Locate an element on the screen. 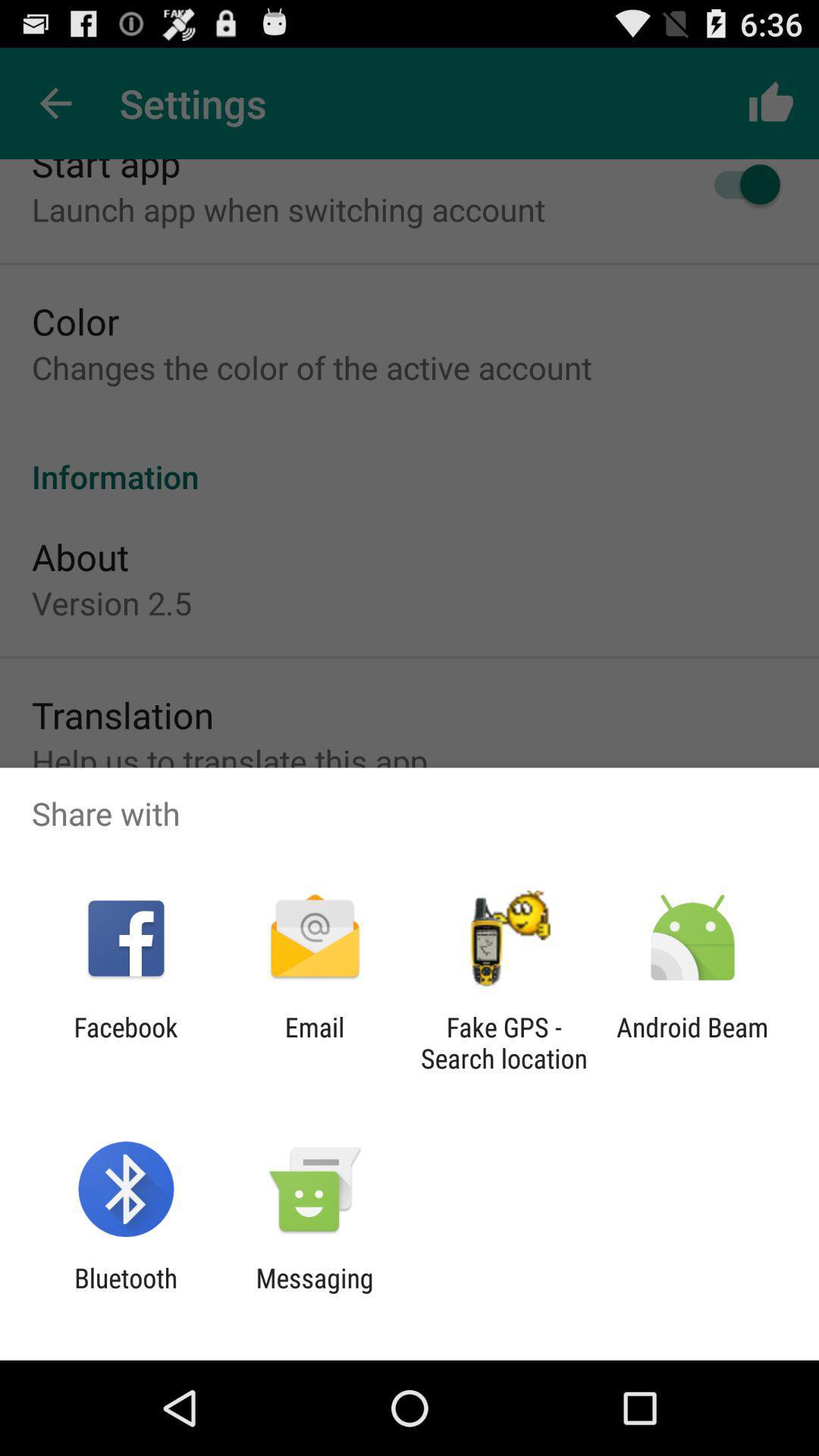  the icon to the left of the fake gps search app is located at coordinates (314, 1042).